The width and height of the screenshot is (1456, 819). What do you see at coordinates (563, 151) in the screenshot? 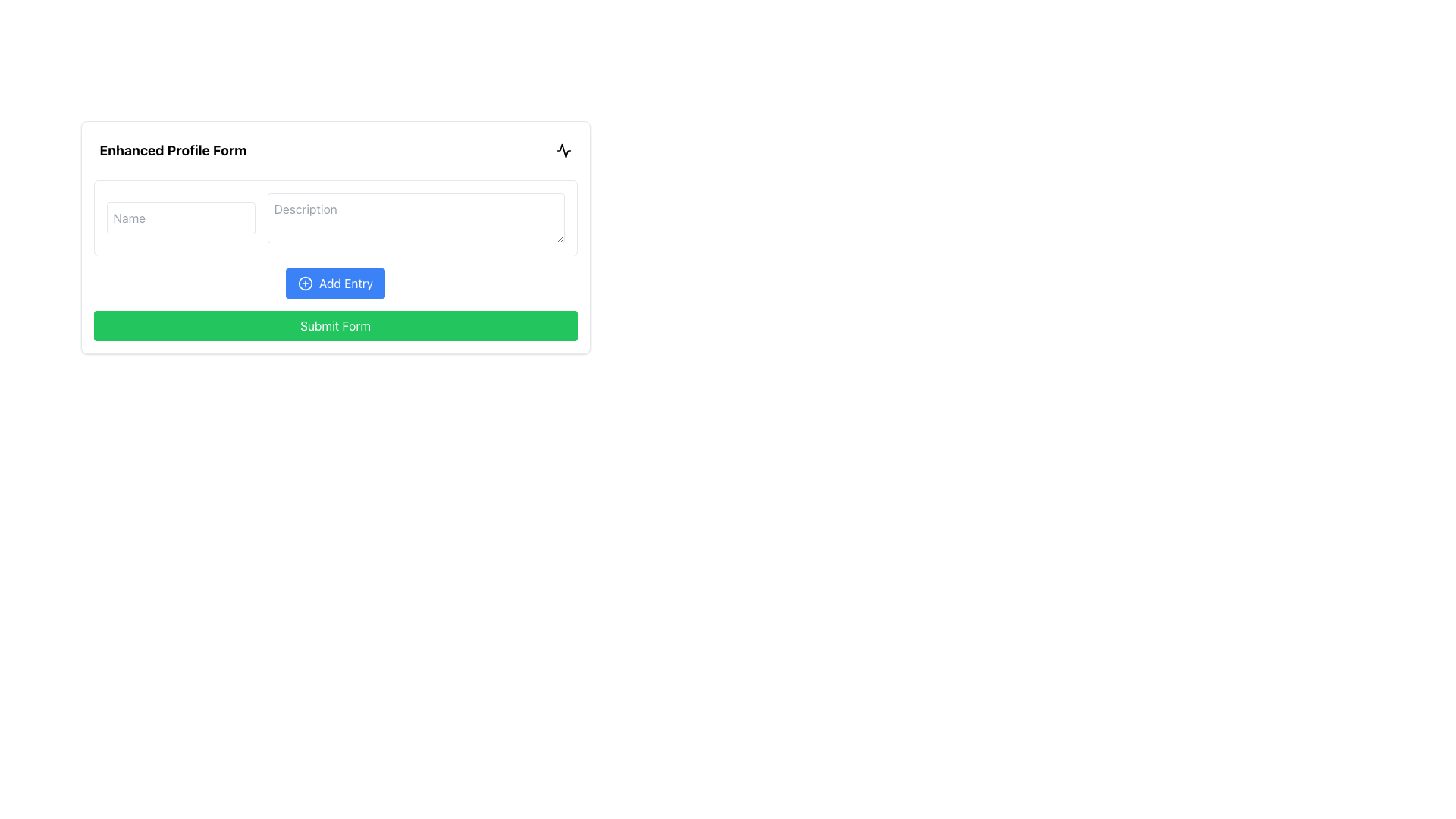
I see `the SVG icon in the top-right corner of the 'Enhanced Profile Form' header if its functionality is implemented` at bounding box center [563, 151].